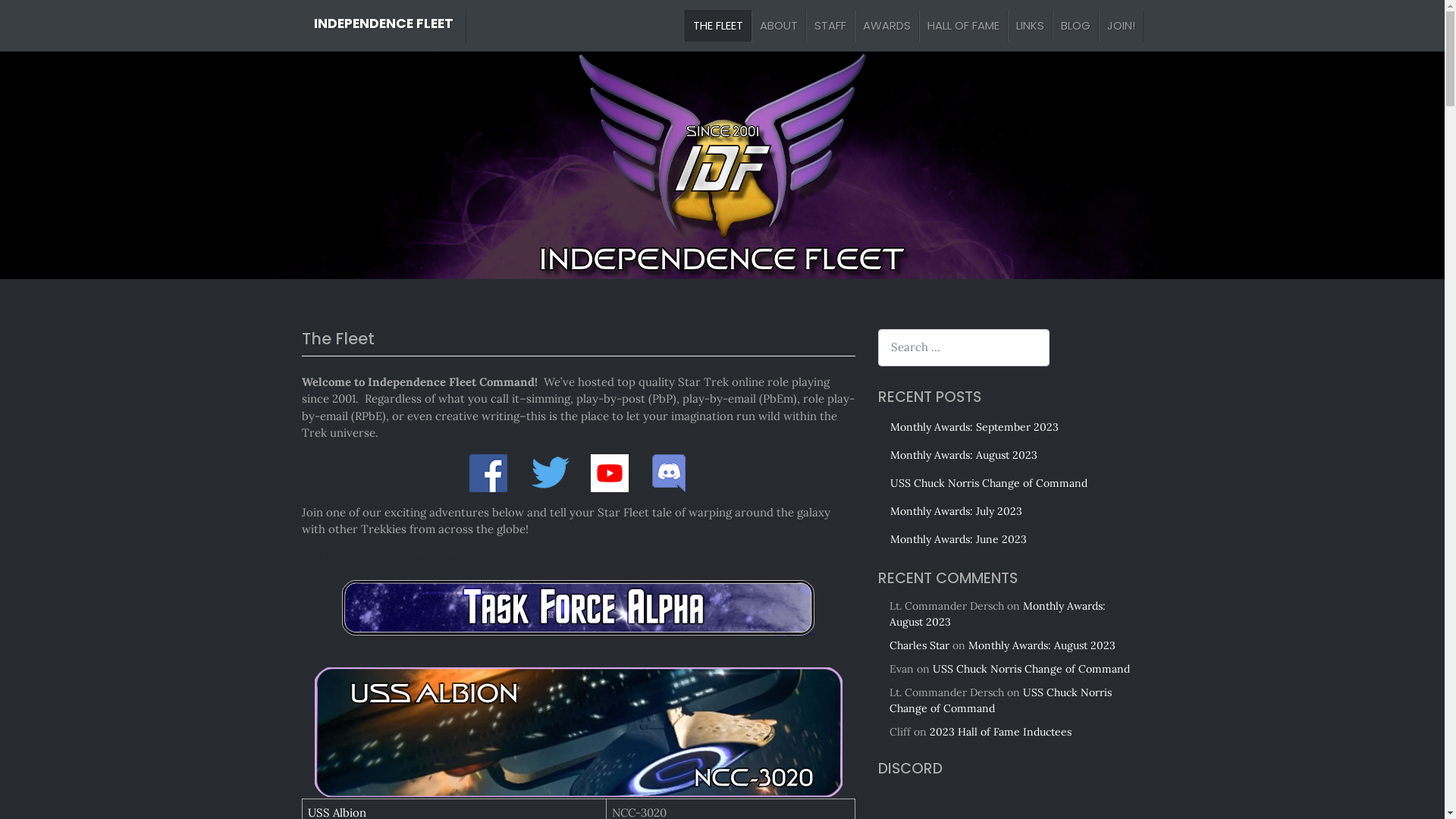  What do you see at coordinates (1000, 730) in the screenshot?
I see `'2023 Hall of Fame Inductees'` at bounding box center [1000, 730].